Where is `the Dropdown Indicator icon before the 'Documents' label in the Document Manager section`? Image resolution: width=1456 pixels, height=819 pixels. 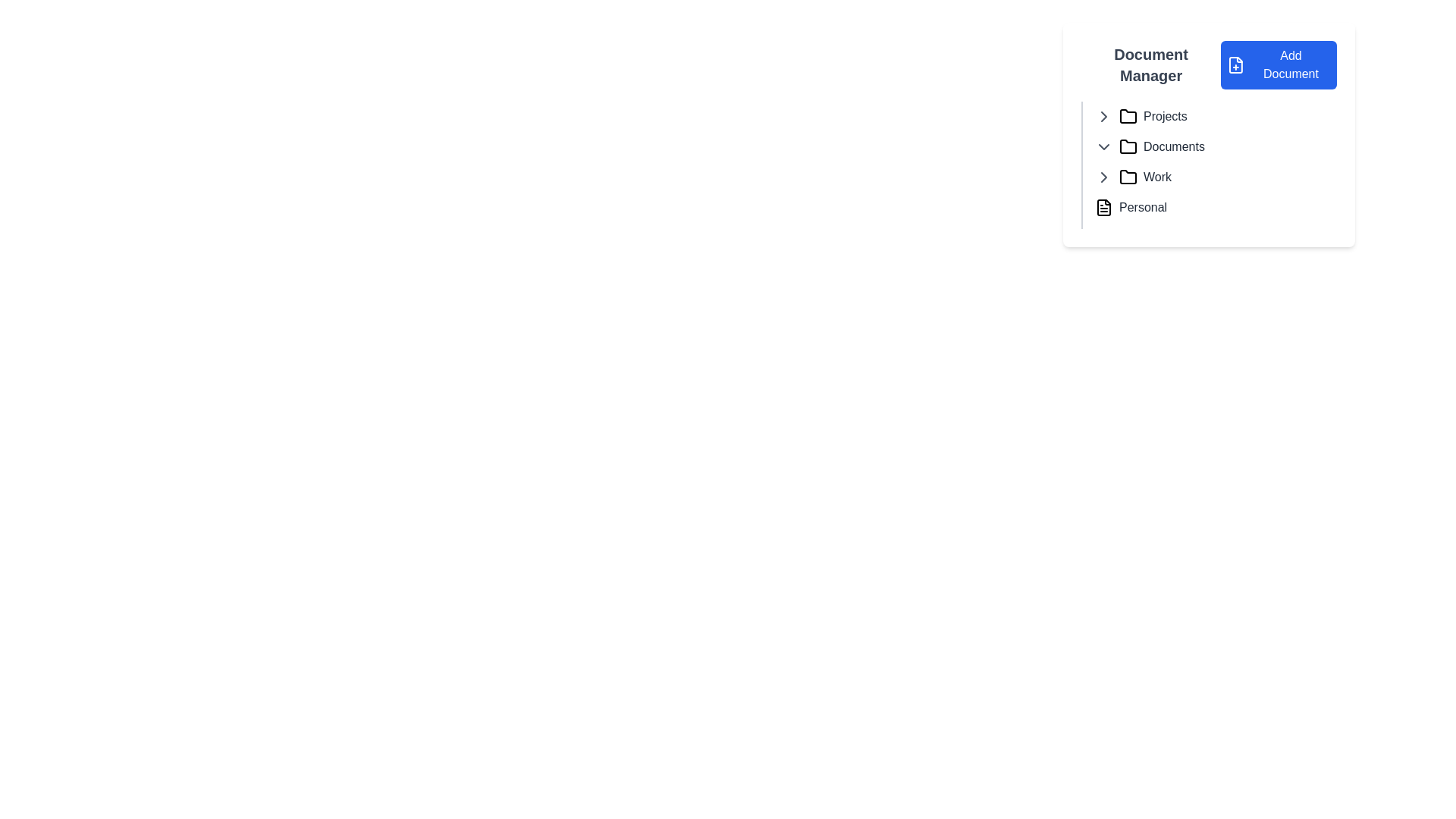 the Dropdown Indicator icon before the 'Documents' label in the Document Manager section is located at coordinates (1103, 146).